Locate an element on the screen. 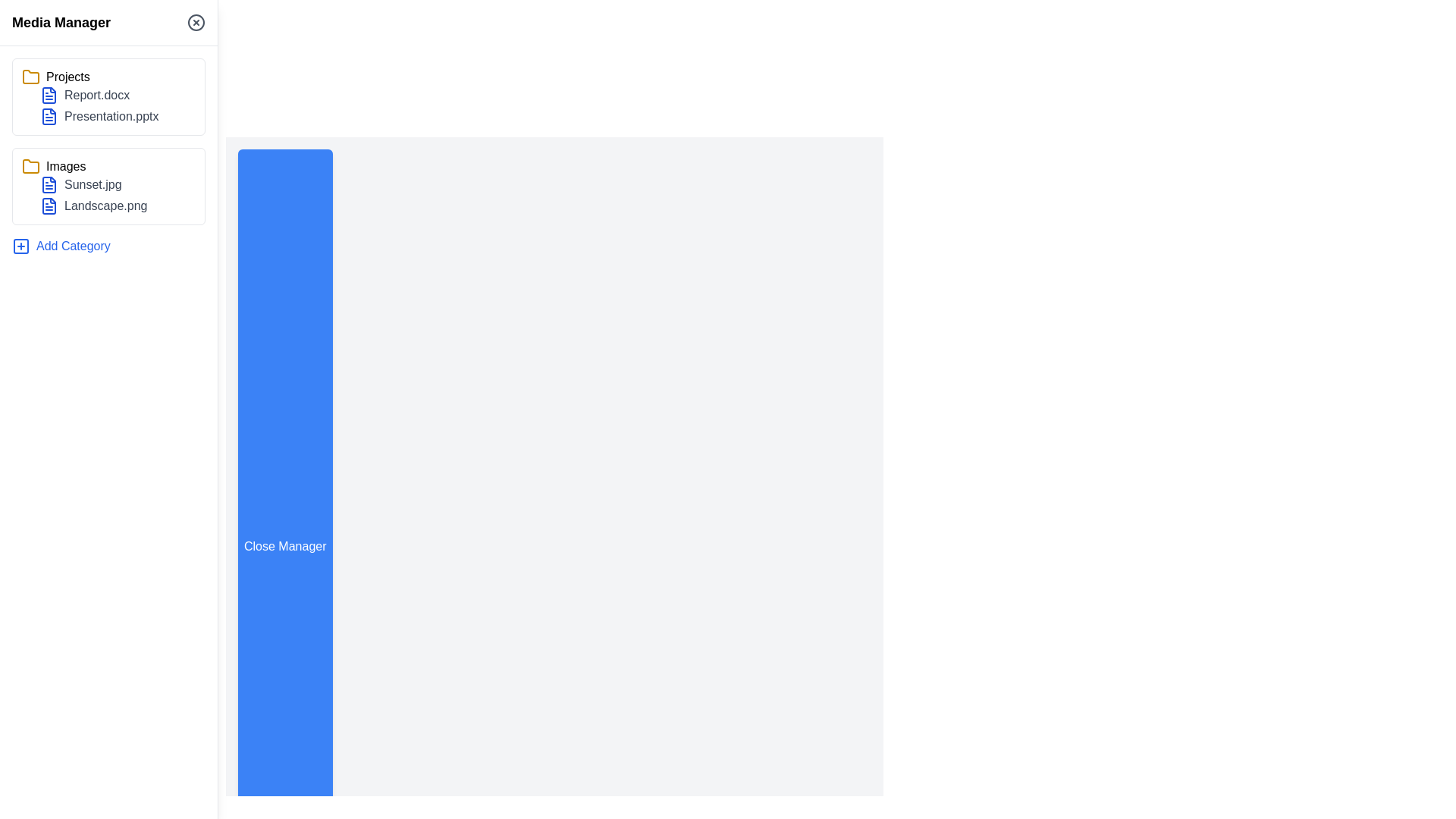 This screenshot has height=819, width=1456. to select the file named 'Presentation.pptx' in the file manager interface, located under the 'Projects' category is located at coordinates (117, 116).